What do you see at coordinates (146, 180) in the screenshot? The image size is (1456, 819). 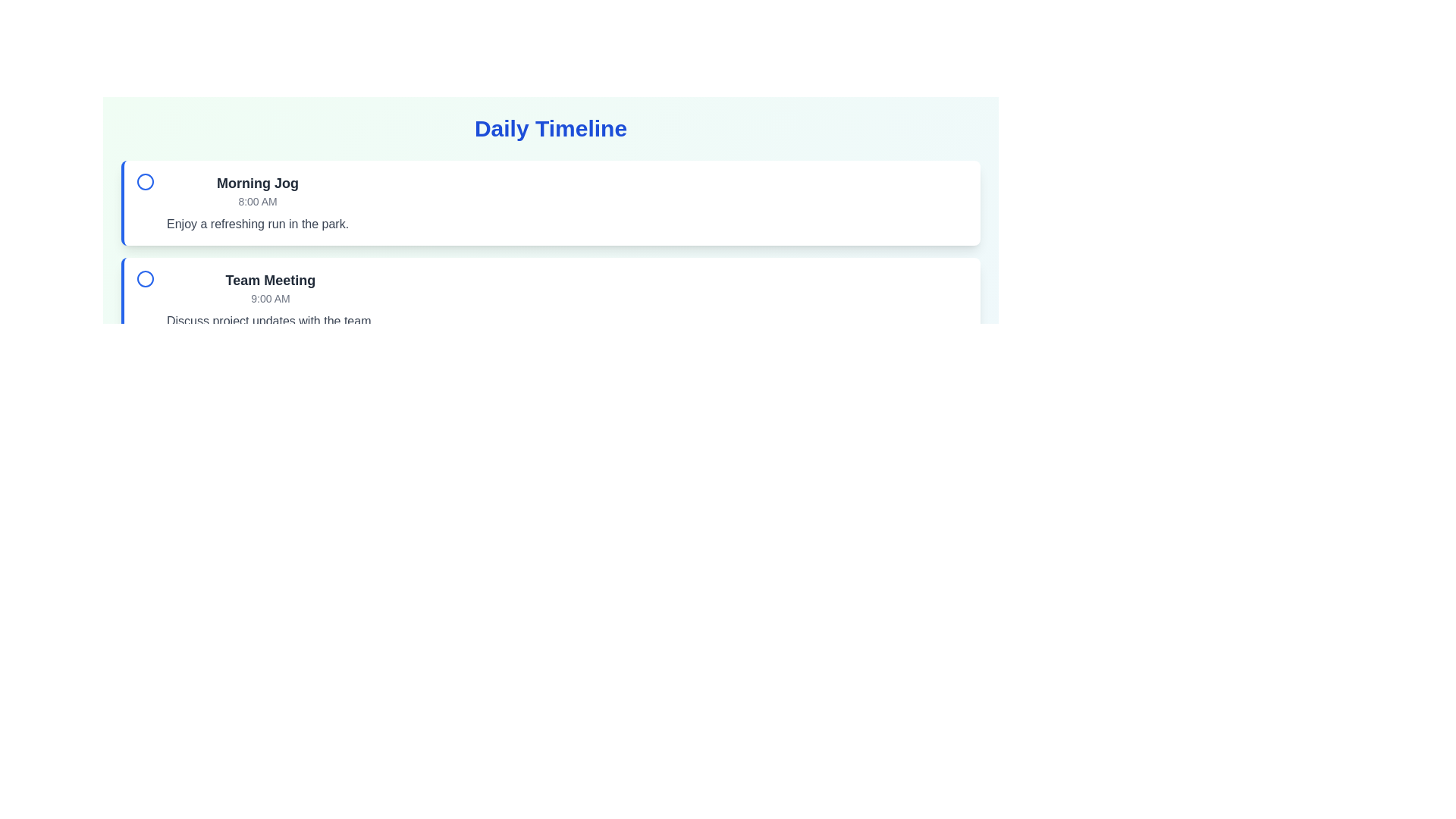 I see `vector graphic circle element that indicates the status of the 'Morning Jog' entry in the timeline by clicking on it` at bounding box center [146, 180].